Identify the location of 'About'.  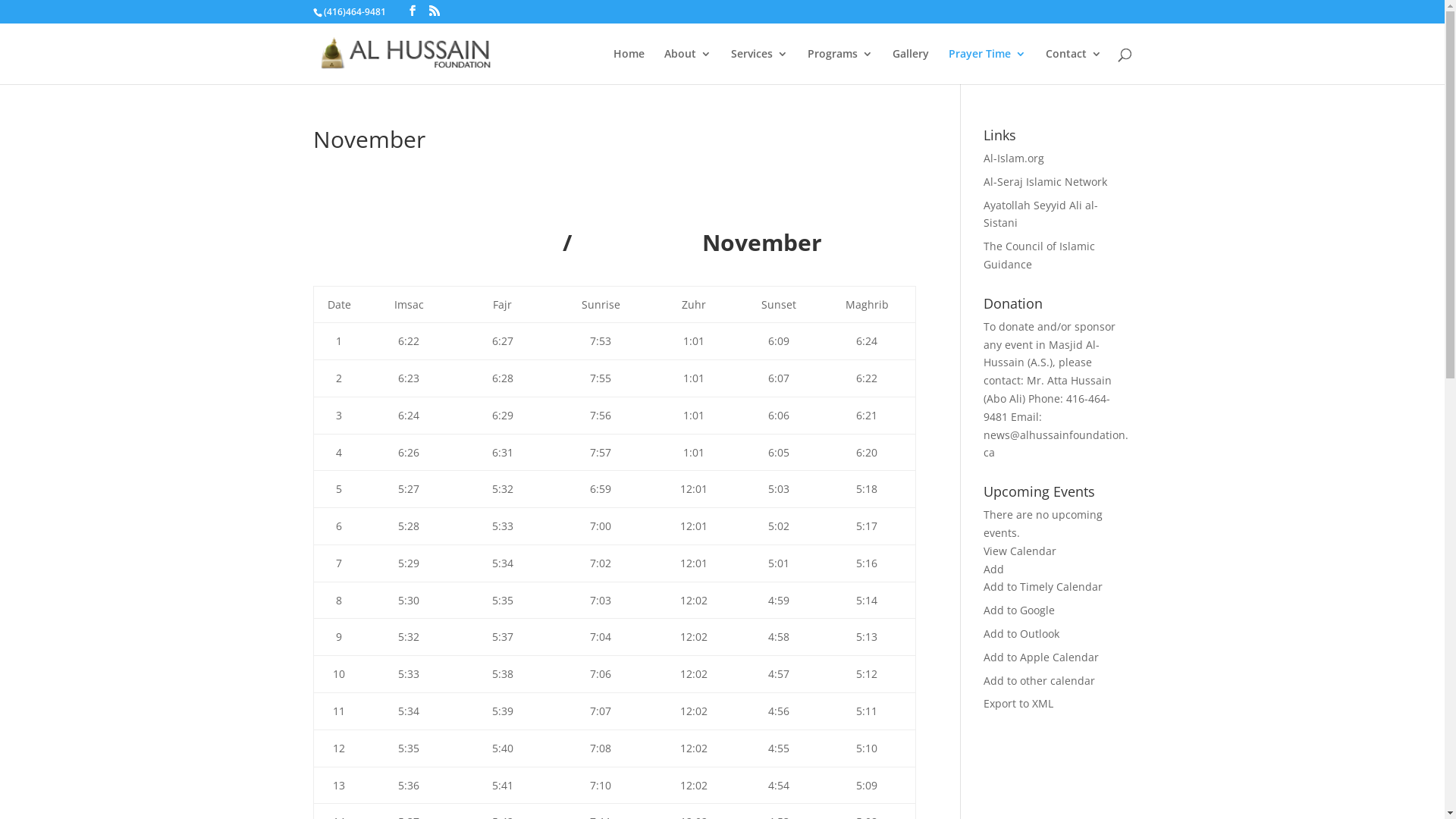
(687, 65).